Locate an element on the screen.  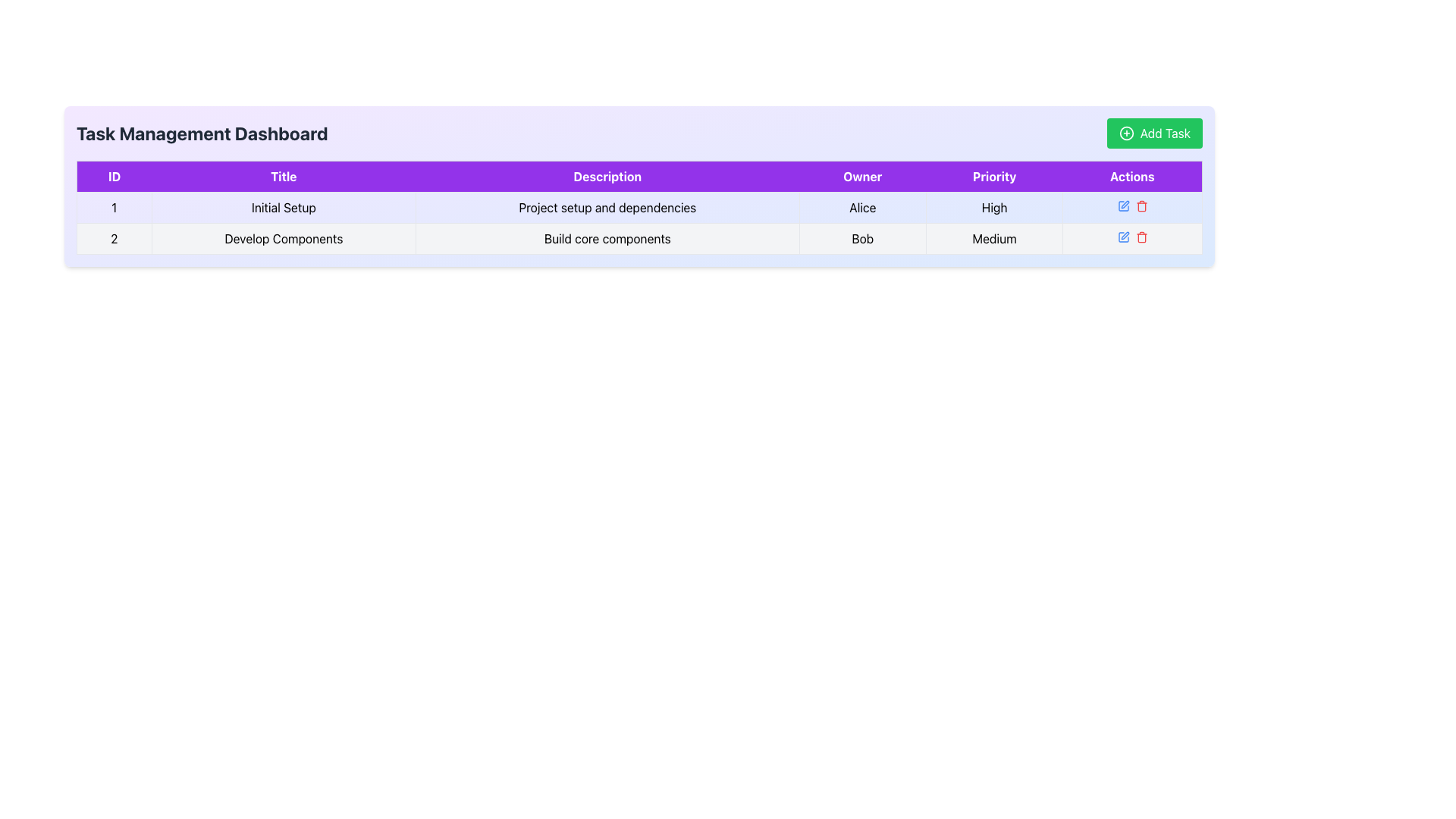
the Text Component that describes the task 'Initial Setup' with the details 'Project setup and dependencies' located in the 'Description' column of the table is located at coordinates (607, 207).